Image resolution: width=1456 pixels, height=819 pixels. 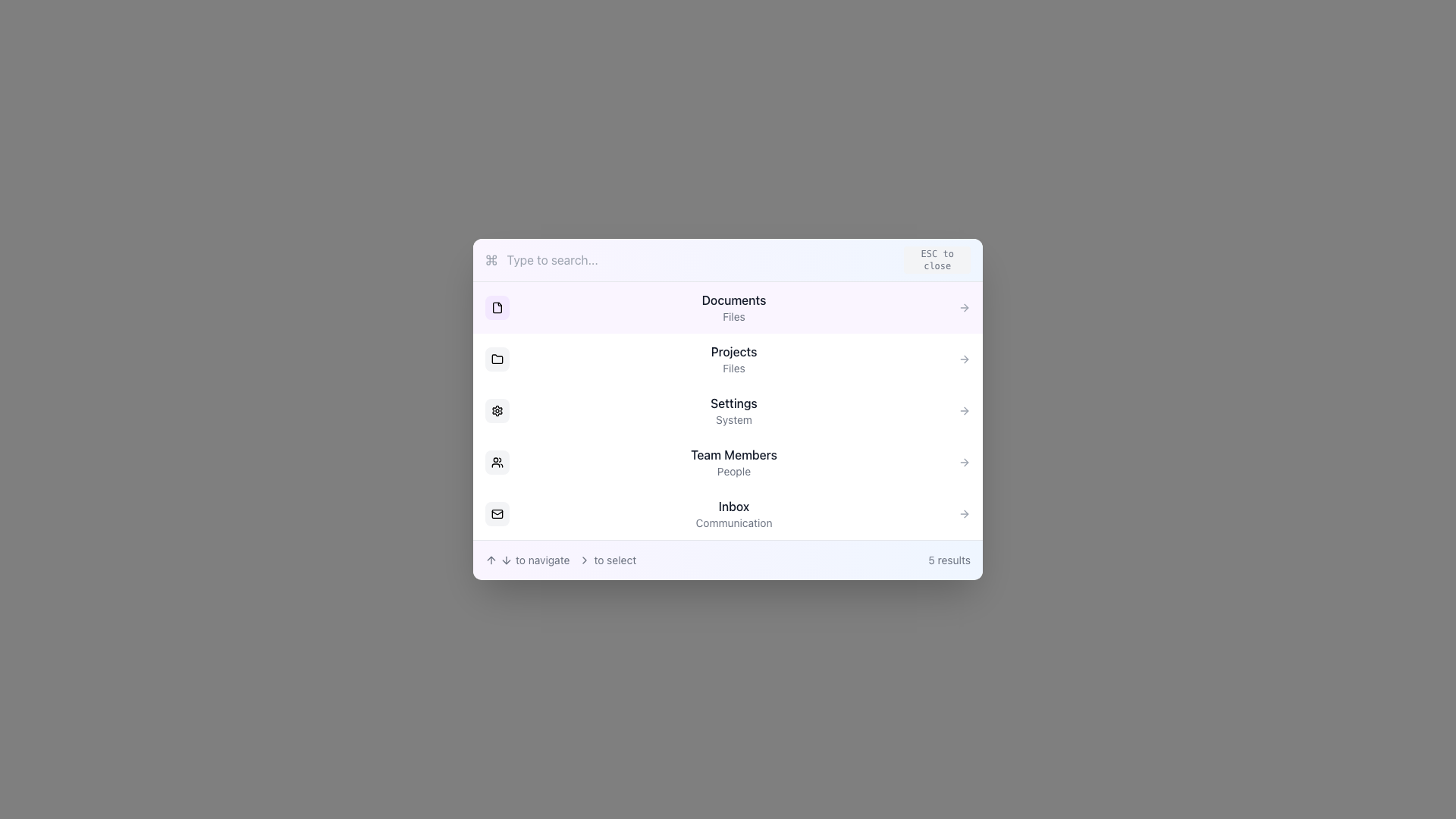 What do you see at coordinates (734, 351) in the screenshot?
I see `the 'Projects' text label located under the 'Documents' header` at bounding box center [734, 351].